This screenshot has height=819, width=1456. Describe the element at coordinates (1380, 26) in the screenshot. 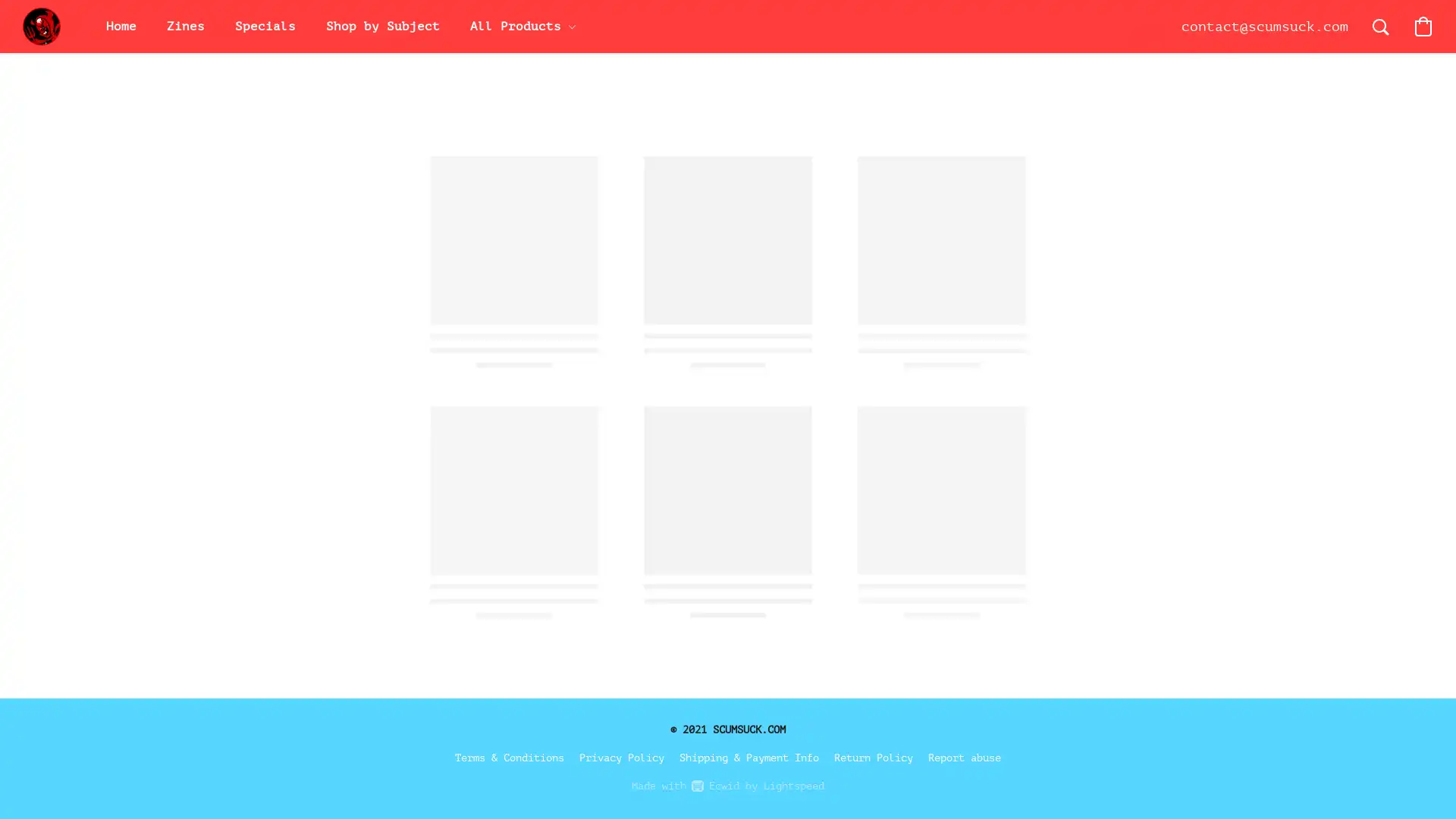

I see `Search the website` at that location.